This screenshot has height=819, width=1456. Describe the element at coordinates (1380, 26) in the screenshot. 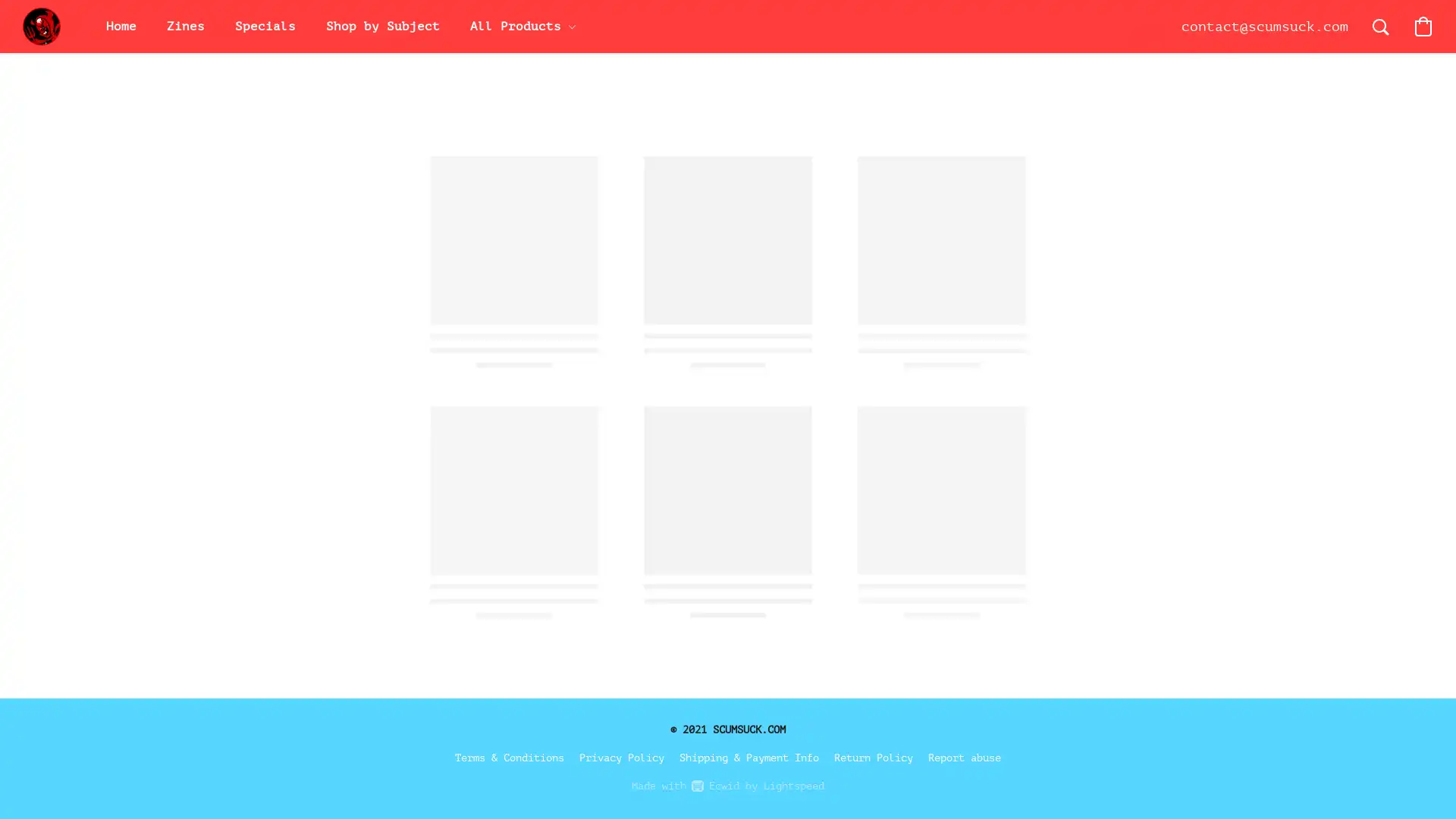

I see `Search the website` at that location.